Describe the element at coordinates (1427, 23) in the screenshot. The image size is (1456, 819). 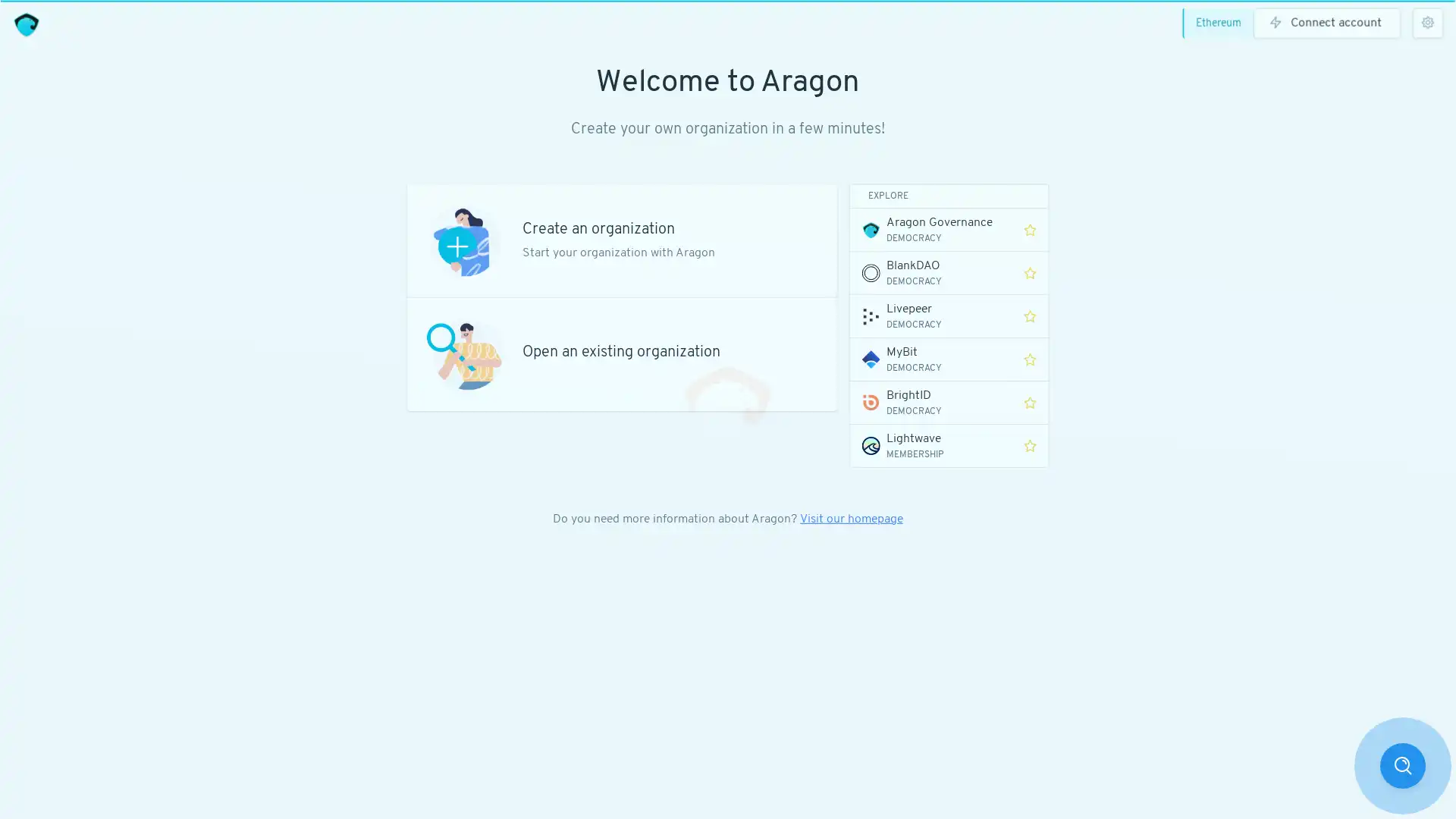
I see `Settings` at that location.